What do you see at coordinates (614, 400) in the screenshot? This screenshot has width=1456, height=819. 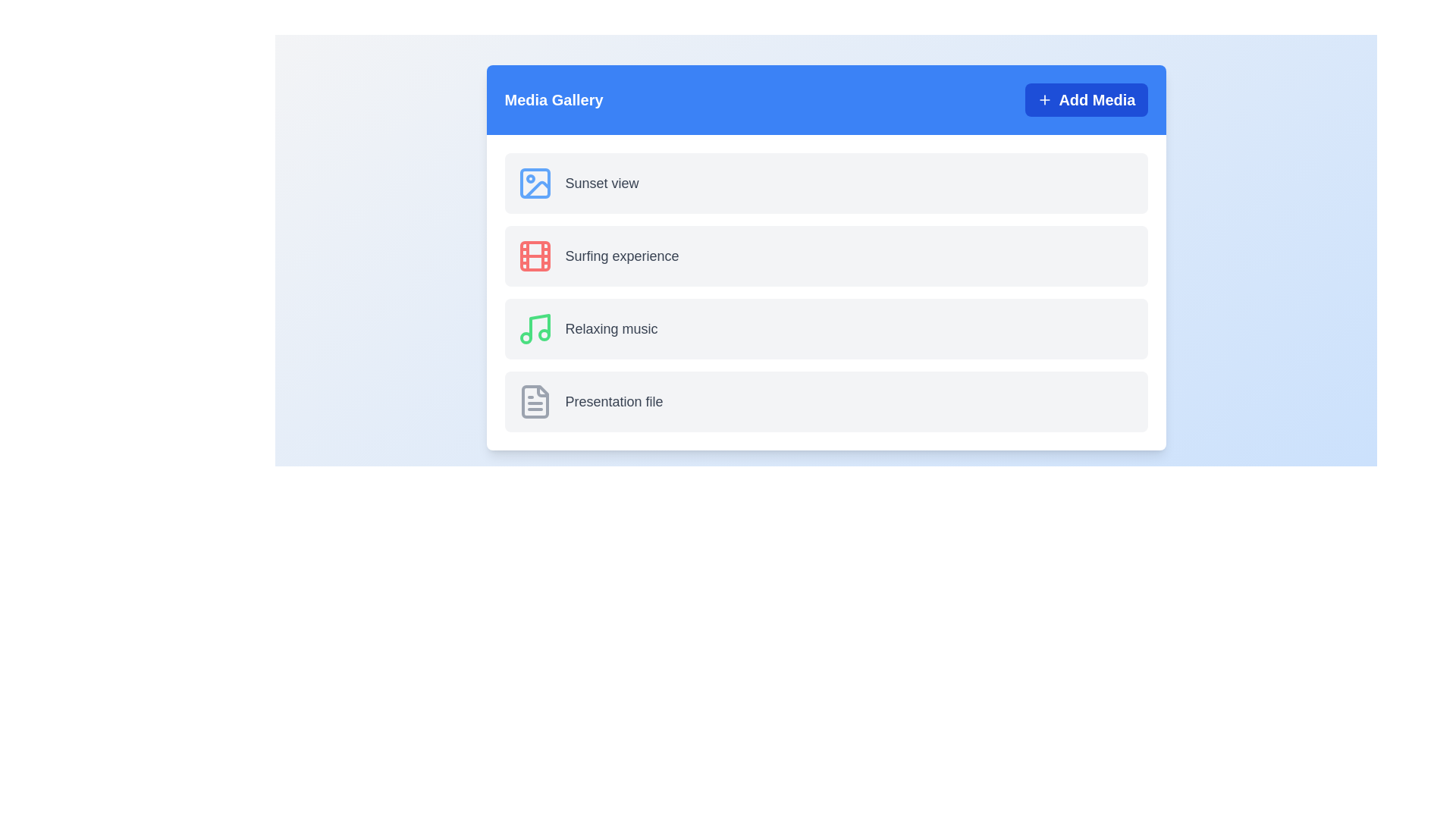 I see `the text label element reading 'Presentation file' located in the fourth item of the list inside the 'Media Gallery' component` at bounding box center [614, 400].